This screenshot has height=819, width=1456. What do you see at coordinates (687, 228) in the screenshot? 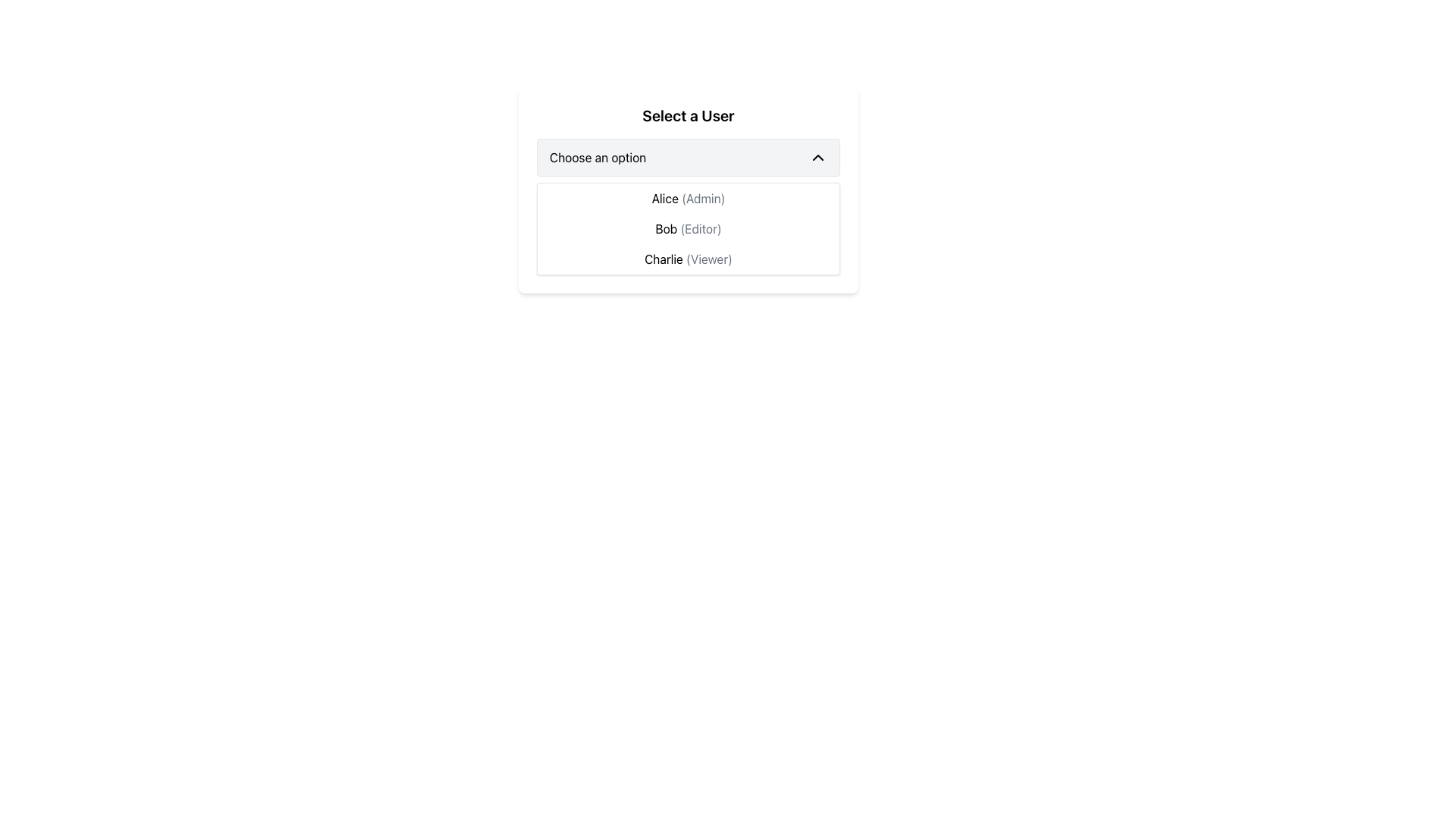
I see `a user name in the dropdown menu located below the 'Choose an option' button in the 'Select a User' section` at bounding box center [687, 228].